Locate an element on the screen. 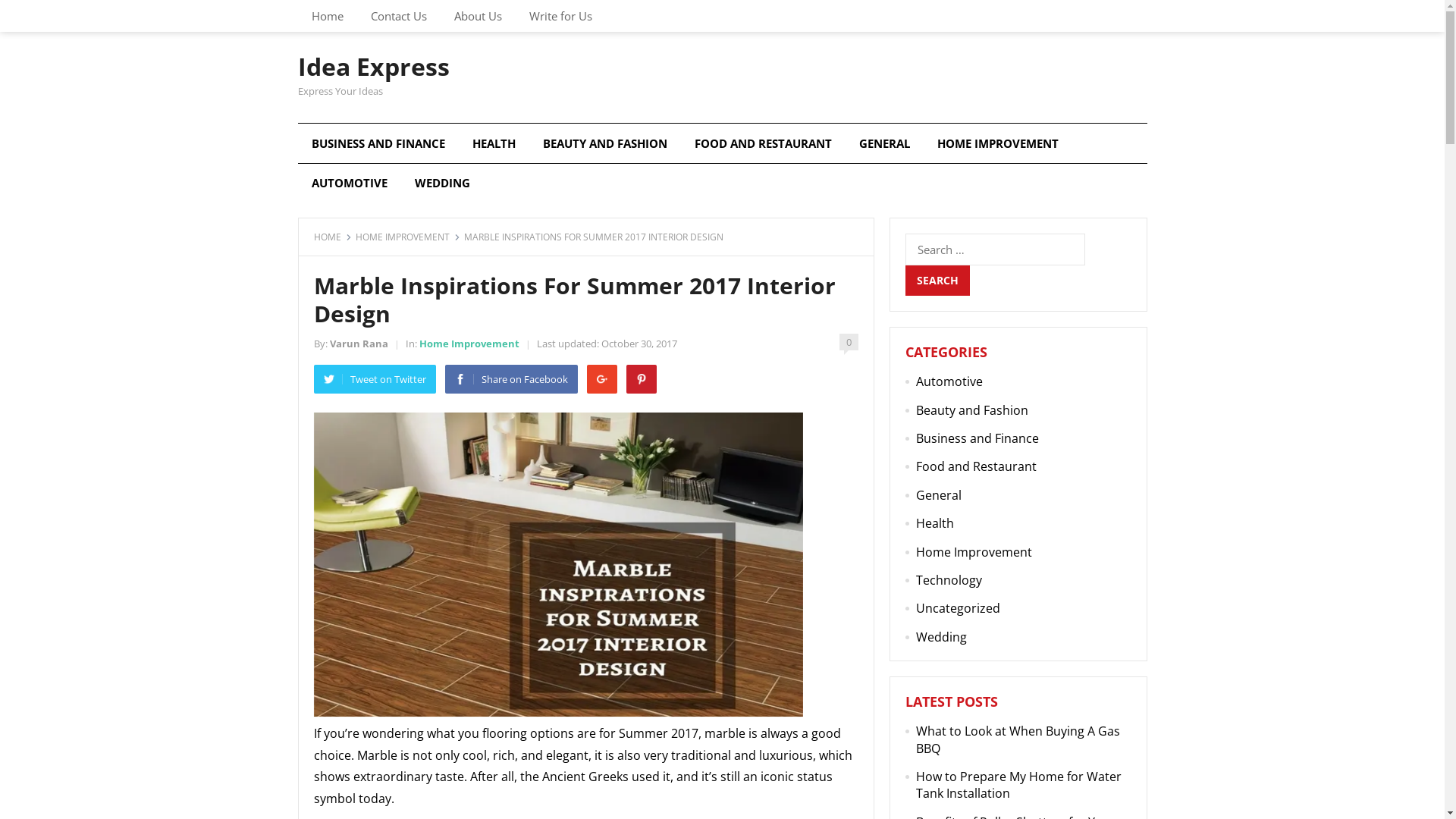 This screenshot has height=819, width=1456. 'BUSINESS AND FINANCE' is located at coordinates (378, 143).